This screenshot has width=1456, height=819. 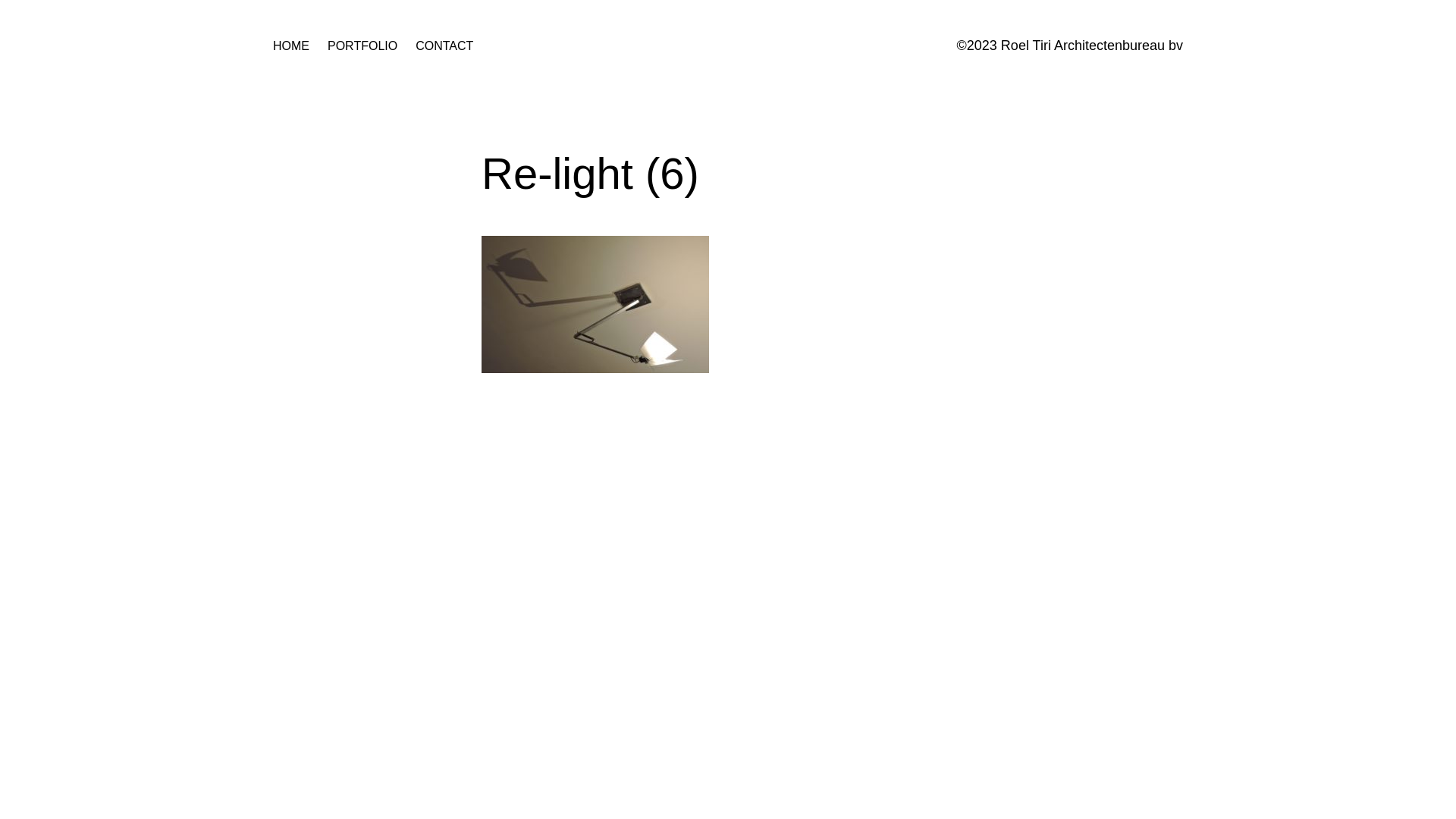 What do you see at coordinates (291, 45) in the screenshot?
I see `'HOME'` at bounding box center [291, 45].